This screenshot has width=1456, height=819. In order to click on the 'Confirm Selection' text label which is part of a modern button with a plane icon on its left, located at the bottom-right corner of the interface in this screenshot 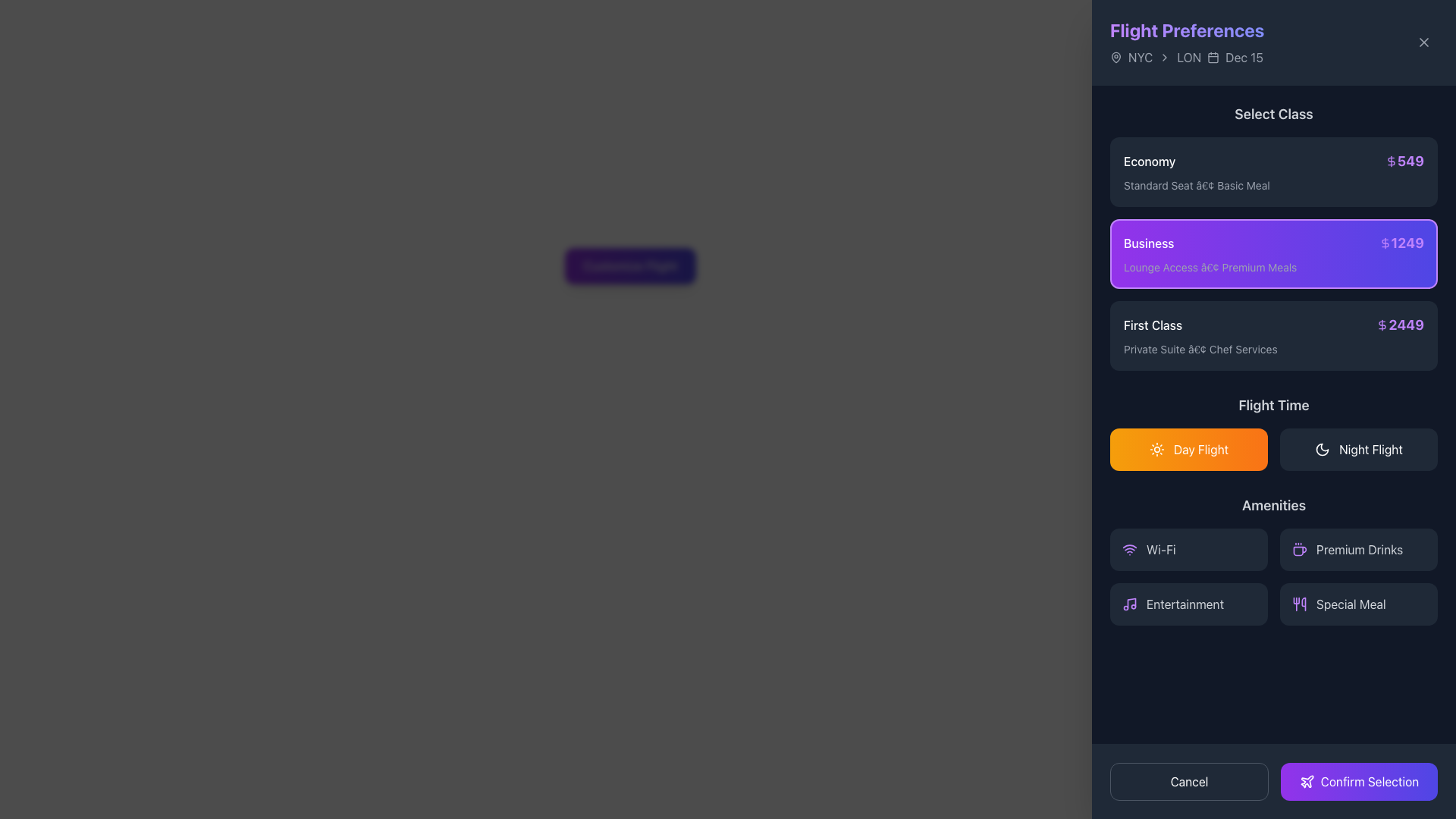, I will do `click(1370, 781)`.